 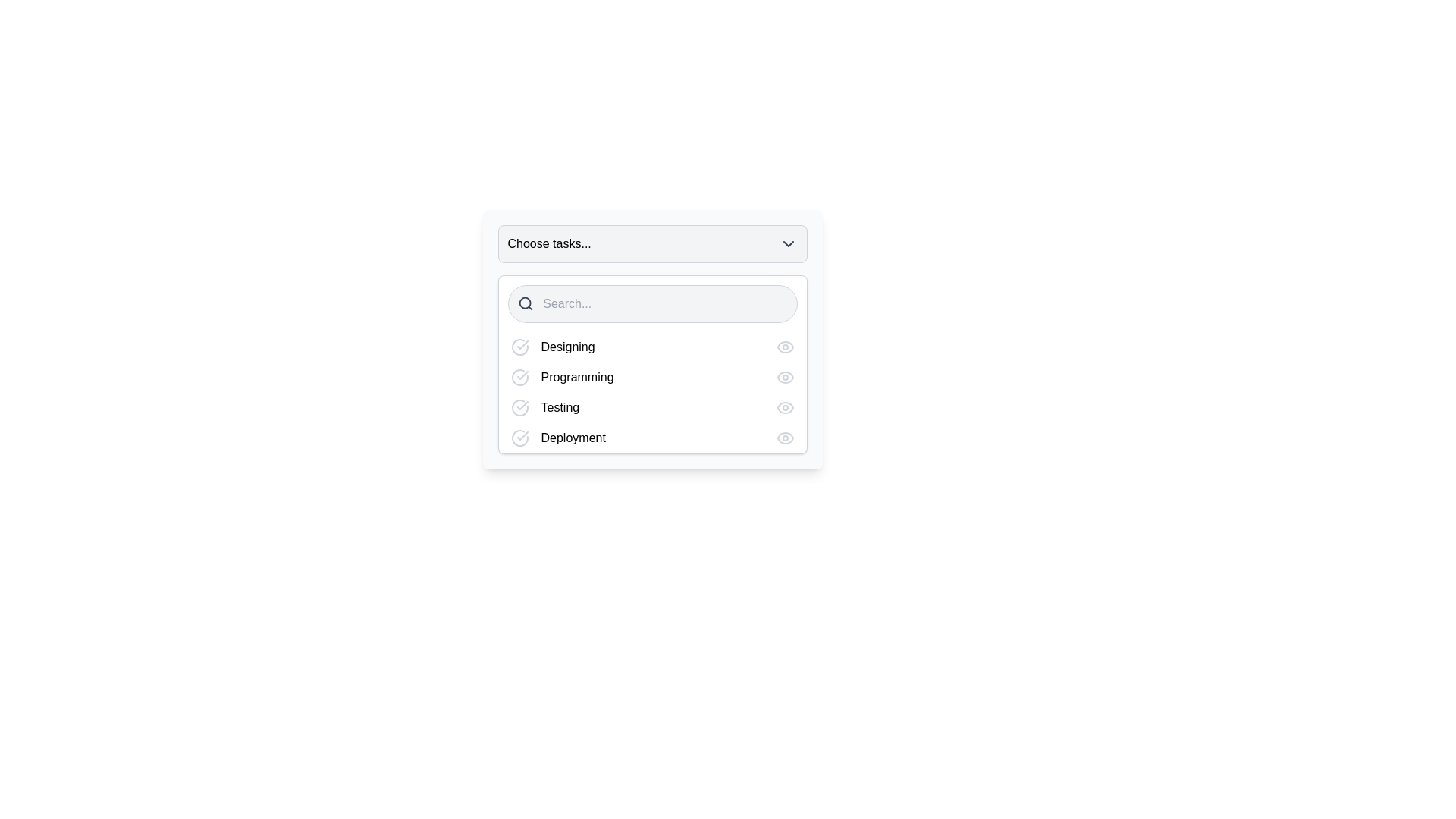 What do you see at coordinates (652, 304) in the screenshot?
I see `the search input field located beneath the title 'Choose tasks...' to observe its functionality` at bounding box center [652, 304].